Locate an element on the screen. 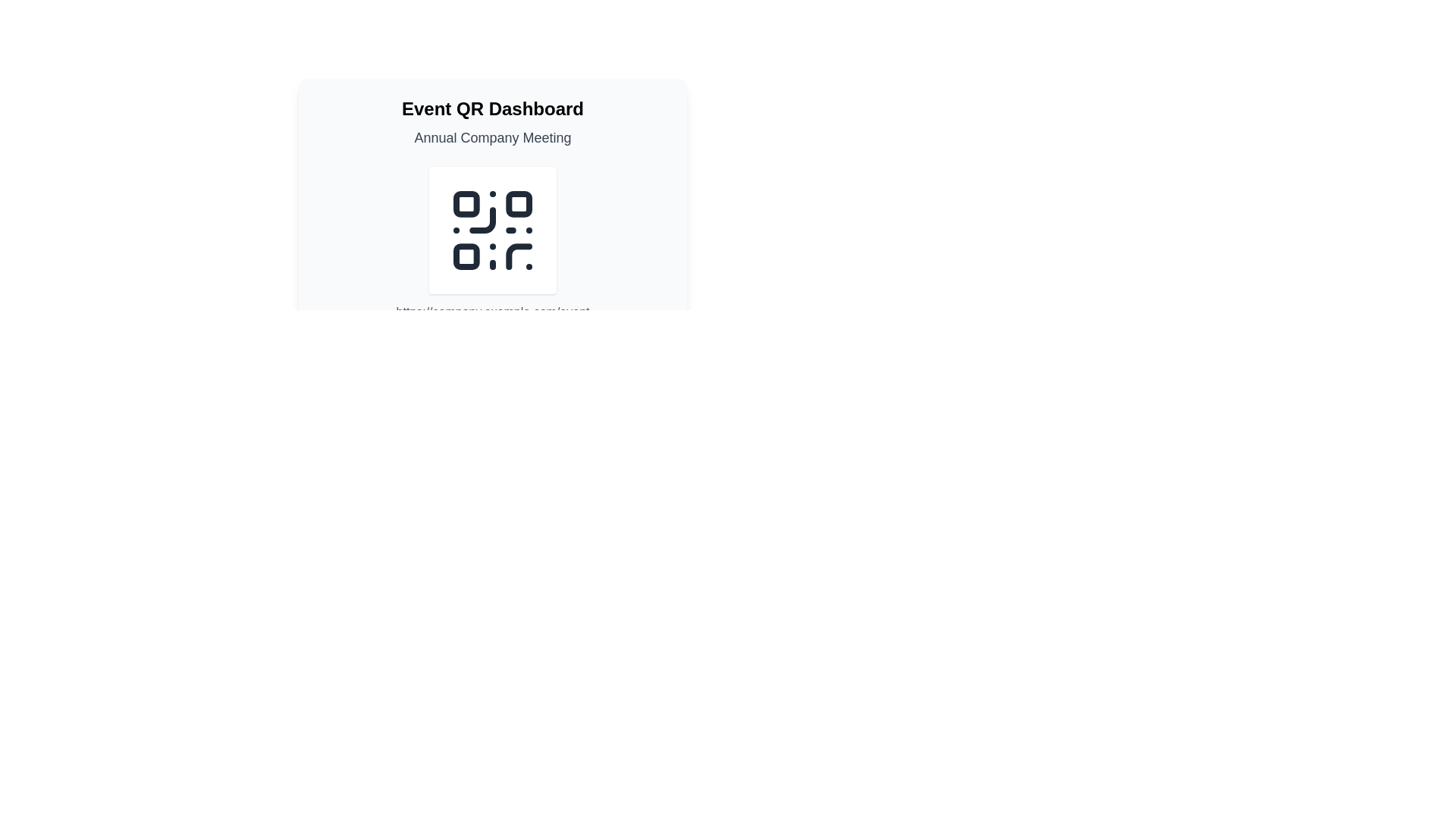 This screenshot has width=1456, height=819. the centrally positioned QR code element that is located below the title text 'Event QR Dashboard' and 'Annual Company Meeting', and above the text 'https://company.example.com/event' is located at coordinates (492, 243).